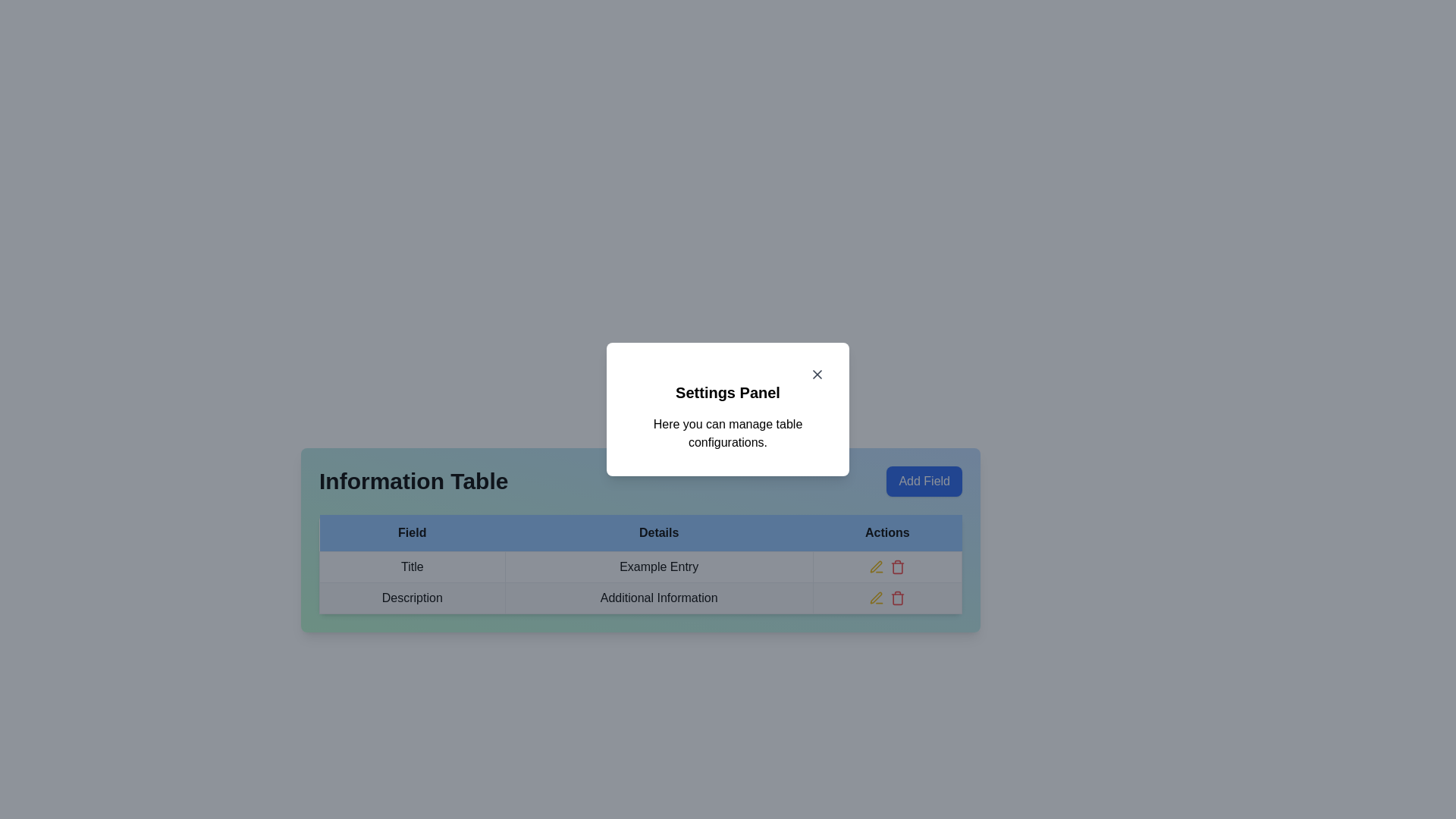 The width and height of the screenshot is (1456, 819). Describe the element at coordinates (728, 433) in the screenshot. I see `the static text element that provides guidance about managing table configurations in the 'Settings Panel' dialog box, located beneath the title text` at that location.